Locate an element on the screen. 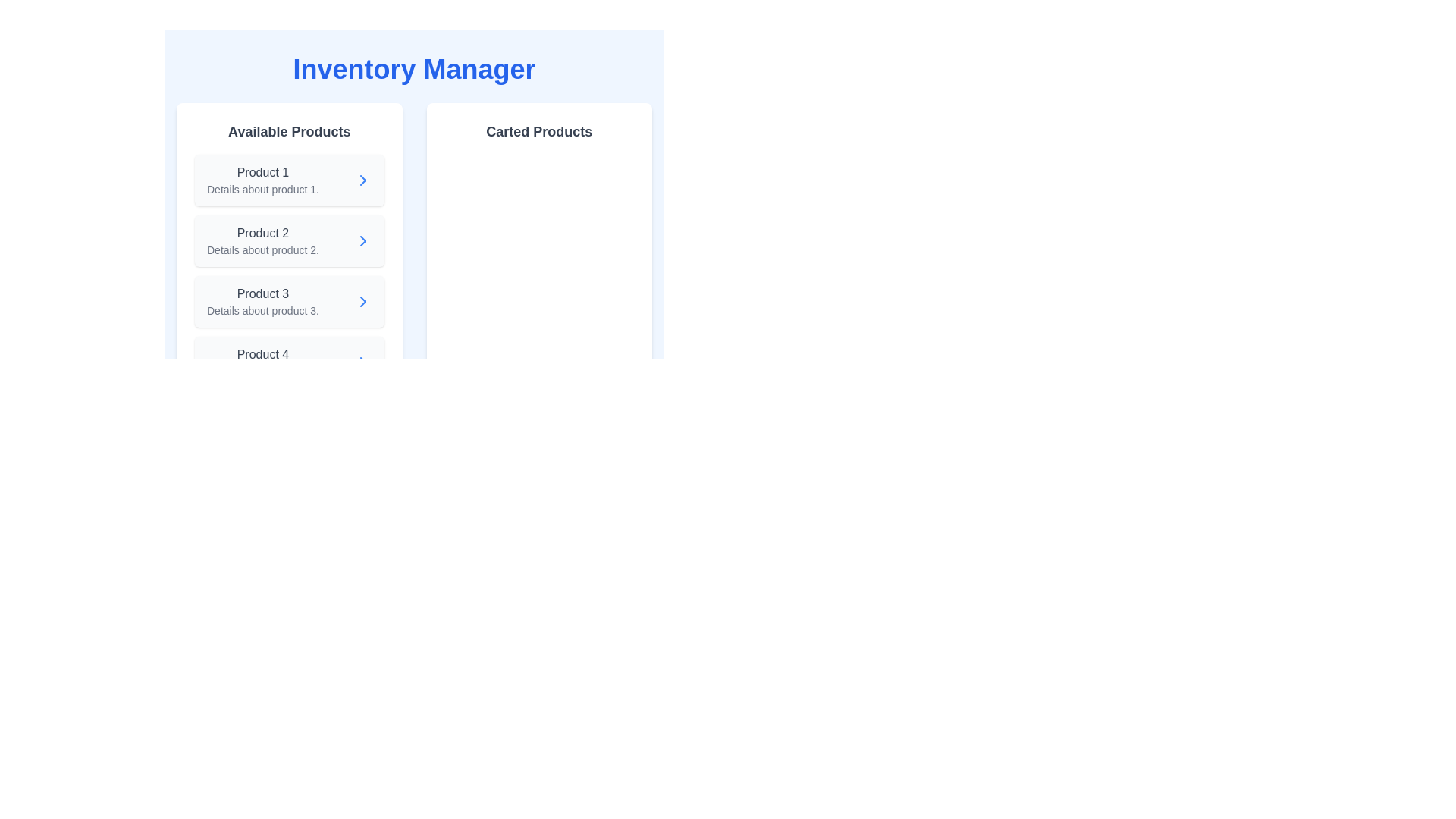 This screenshot has width=1456, height=819. the chevron icon associated with 'Product 2' is located at coordinates (362, 240).